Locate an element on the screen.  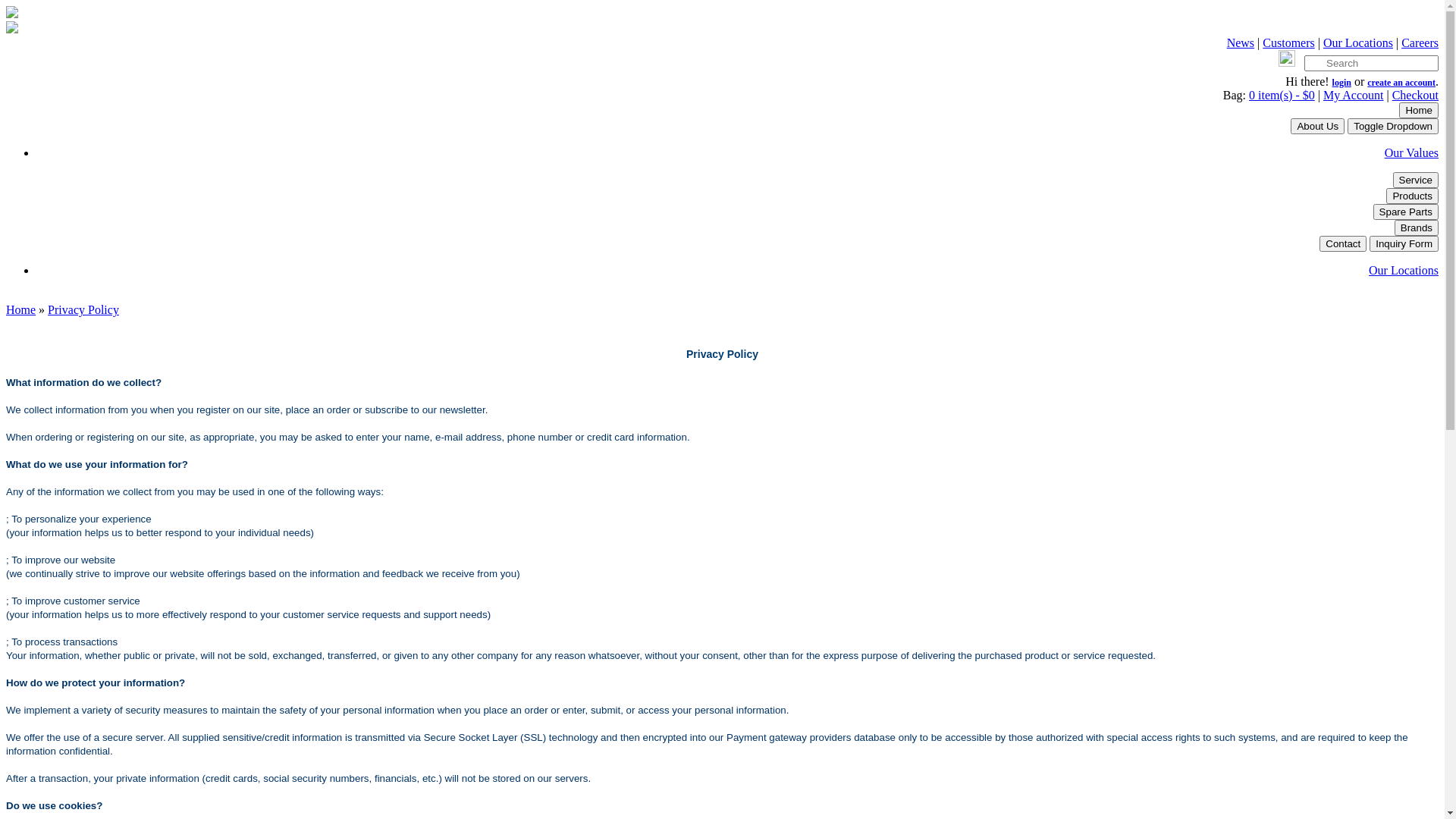
'0 item(s) - $0' is located at coordinates (1281, 95).